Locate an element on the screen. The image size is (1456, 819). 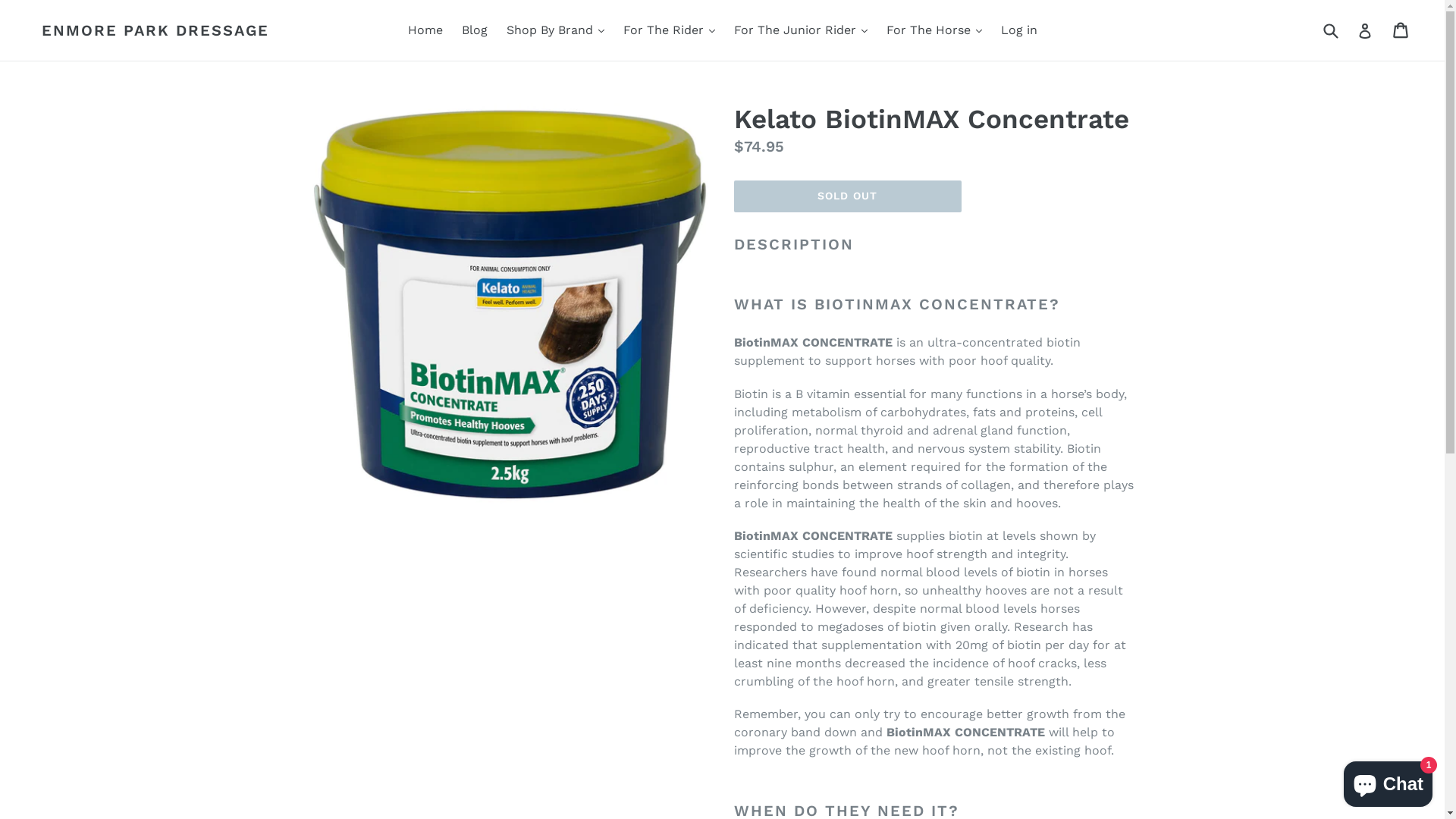
'ENMORE PARK DRESSAGE' is located at coordinates (155, 30).